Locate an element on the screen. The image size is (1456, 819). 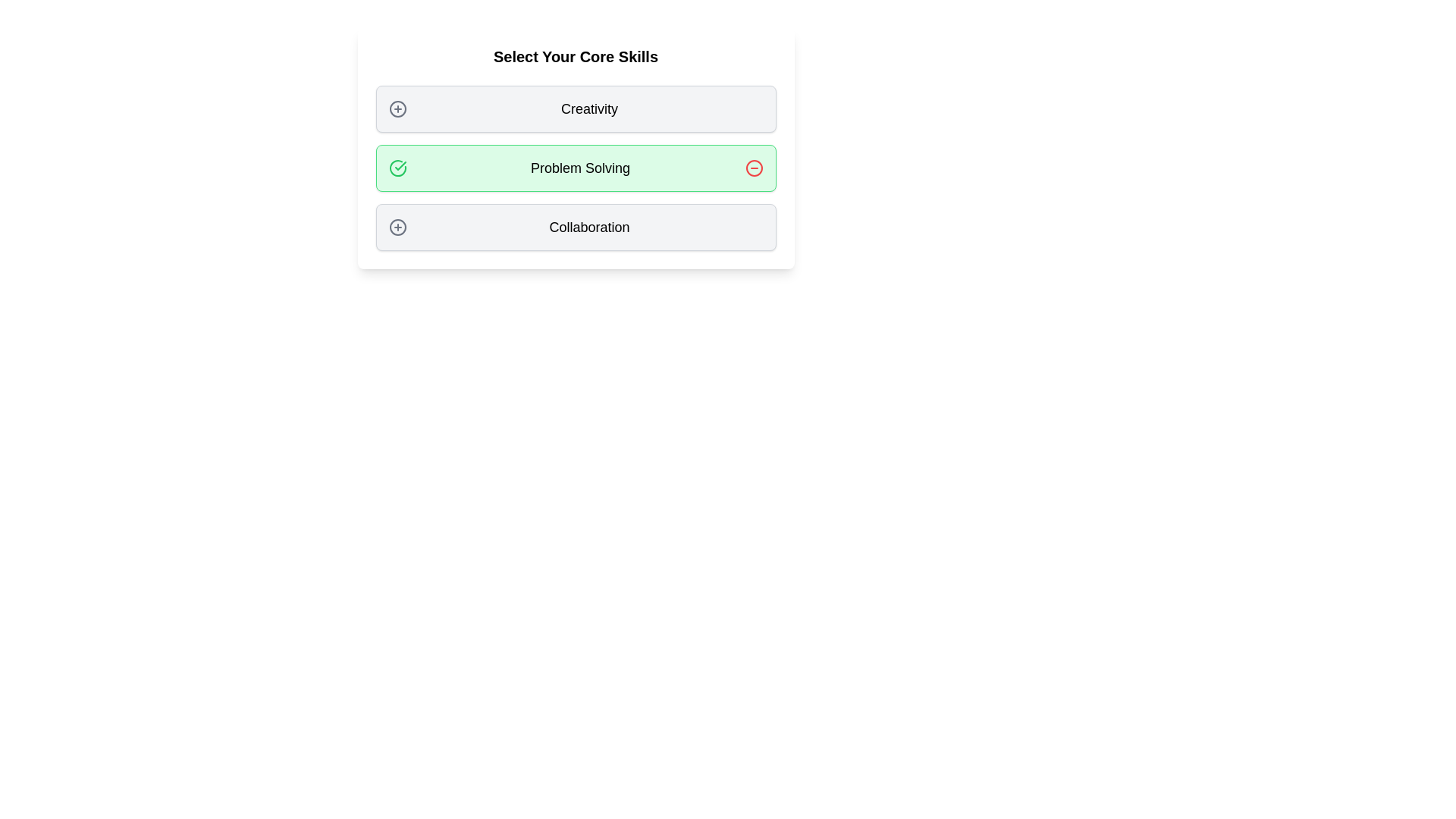
the header text 'Select Your Core Skills' to select it is located at coordinates (575, 55).